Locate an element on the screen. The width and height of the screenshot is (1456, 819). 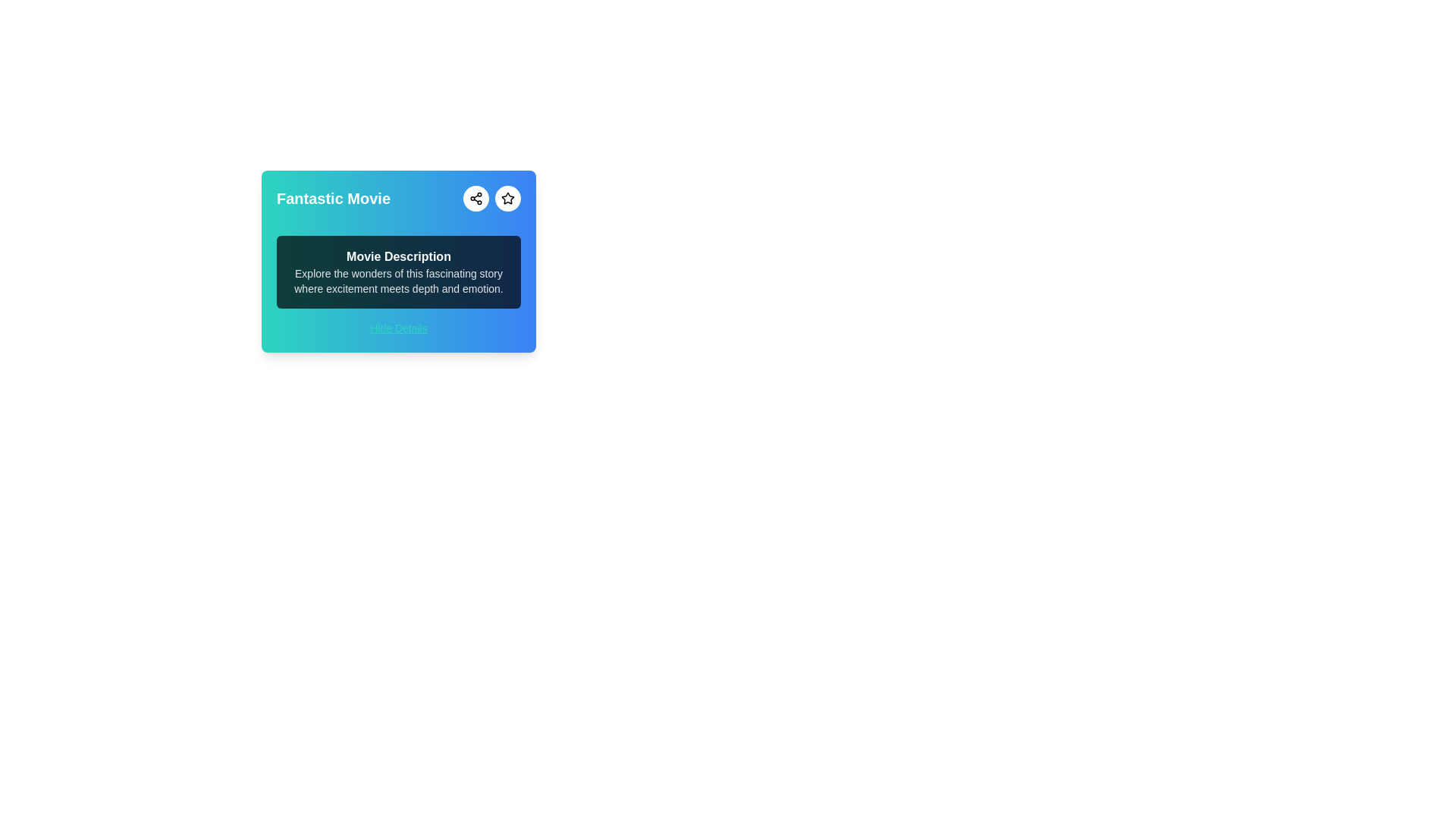
the star icon located in the top-right corner of the card layout to interact with it is located at coordinates (508, 197).